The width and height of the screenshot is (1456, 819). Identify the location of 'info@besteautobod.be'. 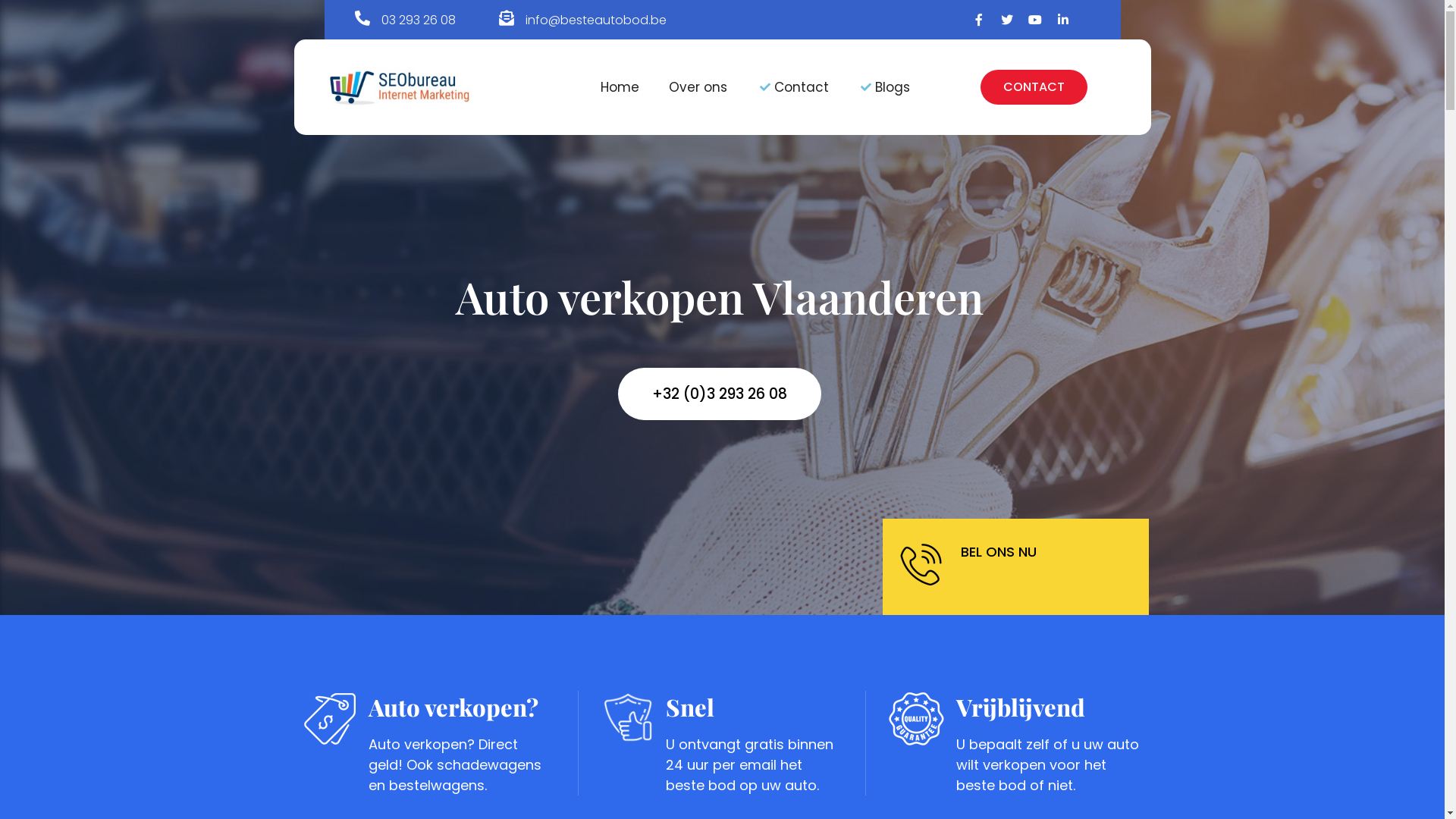
(595, 19).